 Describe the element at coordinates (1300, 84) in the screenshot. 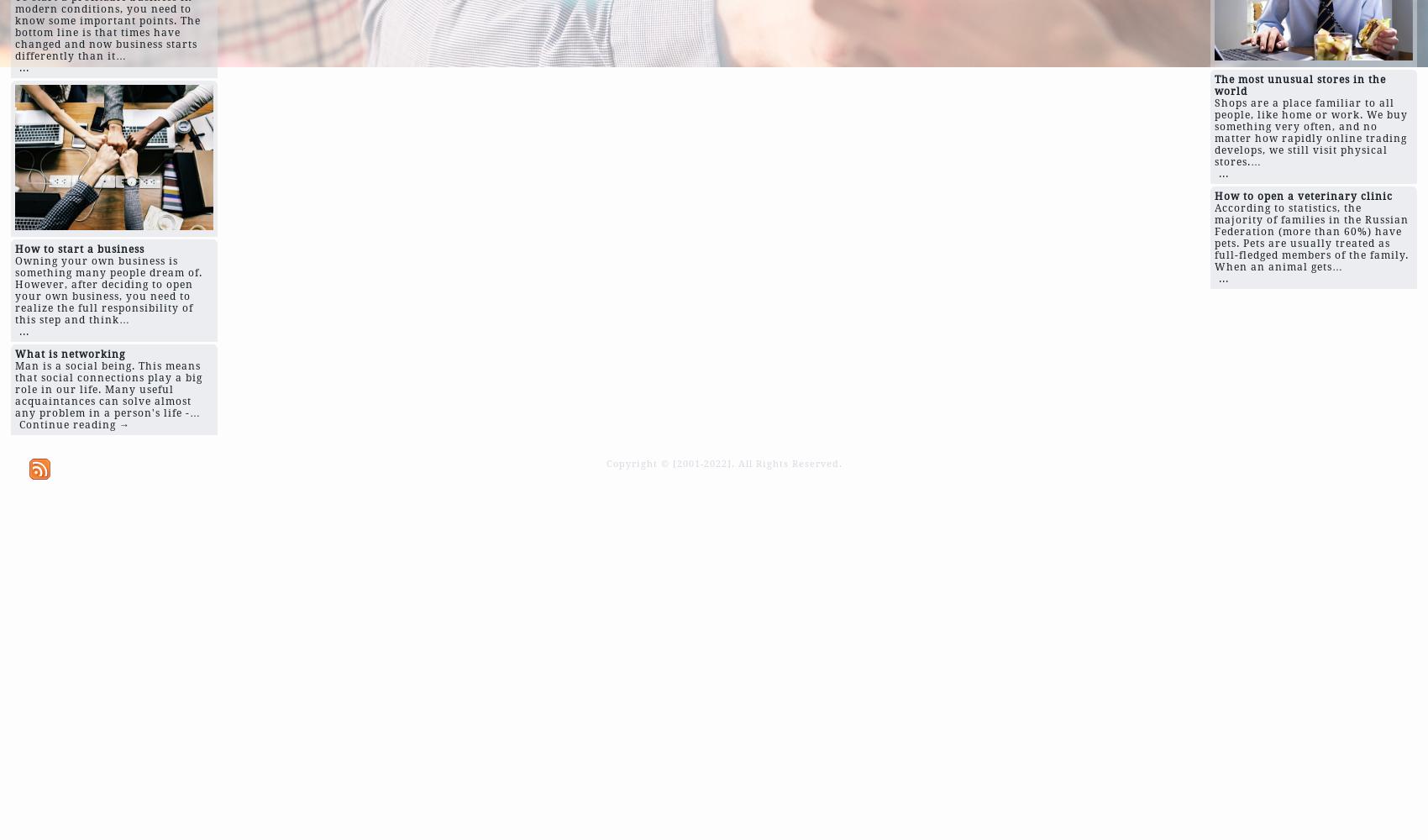

I see `'The most unusual stores in the world'` at that location.